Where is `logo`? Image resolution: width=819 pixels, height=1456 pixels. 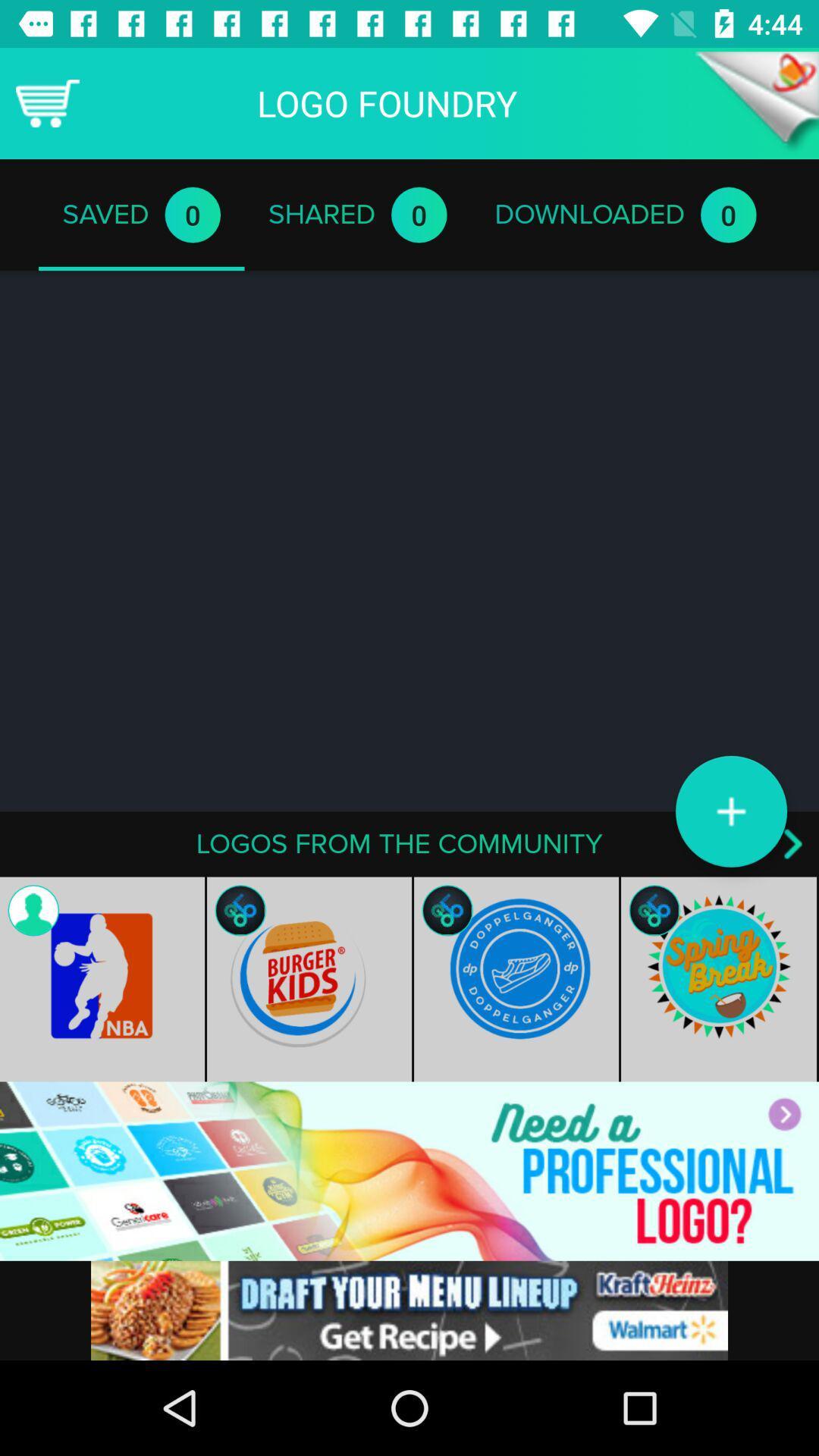
logo is located at coordinates (730, 811).